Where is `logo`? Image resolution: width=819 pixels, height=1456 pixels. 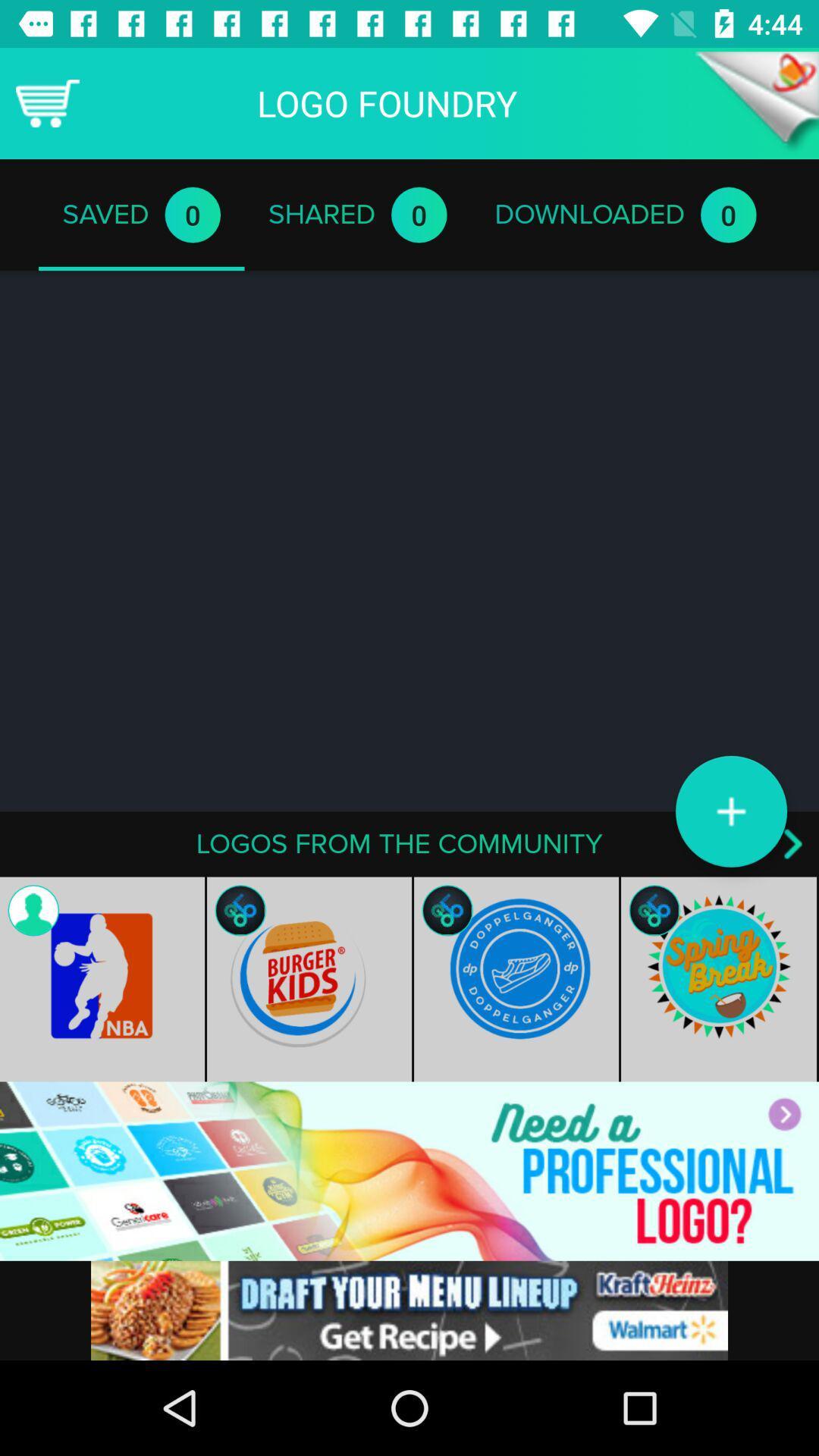
logo is located at coordinates (730, 811).